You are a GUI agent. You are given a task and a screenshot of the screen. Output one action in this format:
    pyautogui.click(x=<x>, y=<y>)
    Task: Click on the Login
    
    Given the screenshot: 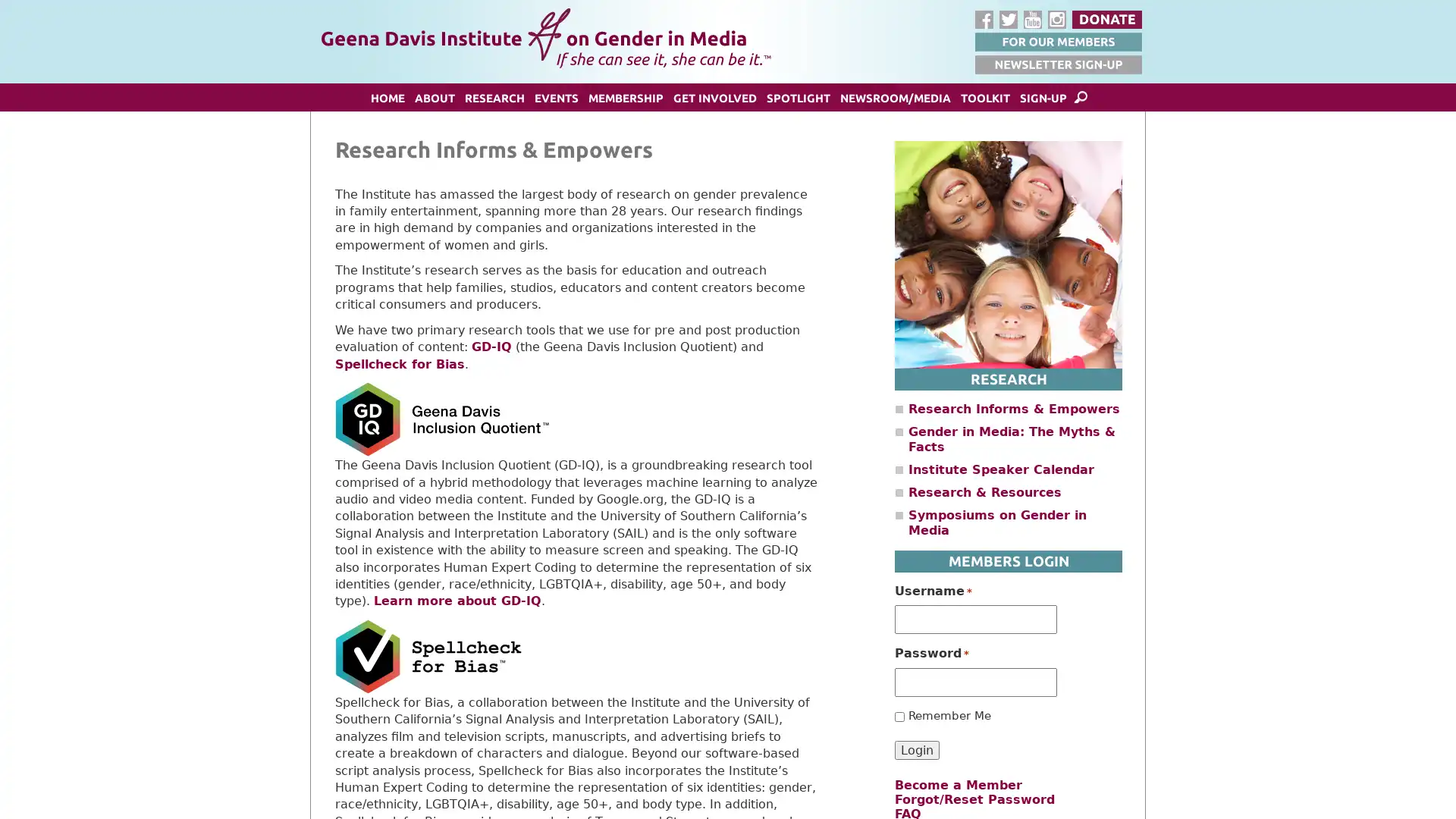 What is the action you would take?
    pyautogui.click(x=916, y=748)
    